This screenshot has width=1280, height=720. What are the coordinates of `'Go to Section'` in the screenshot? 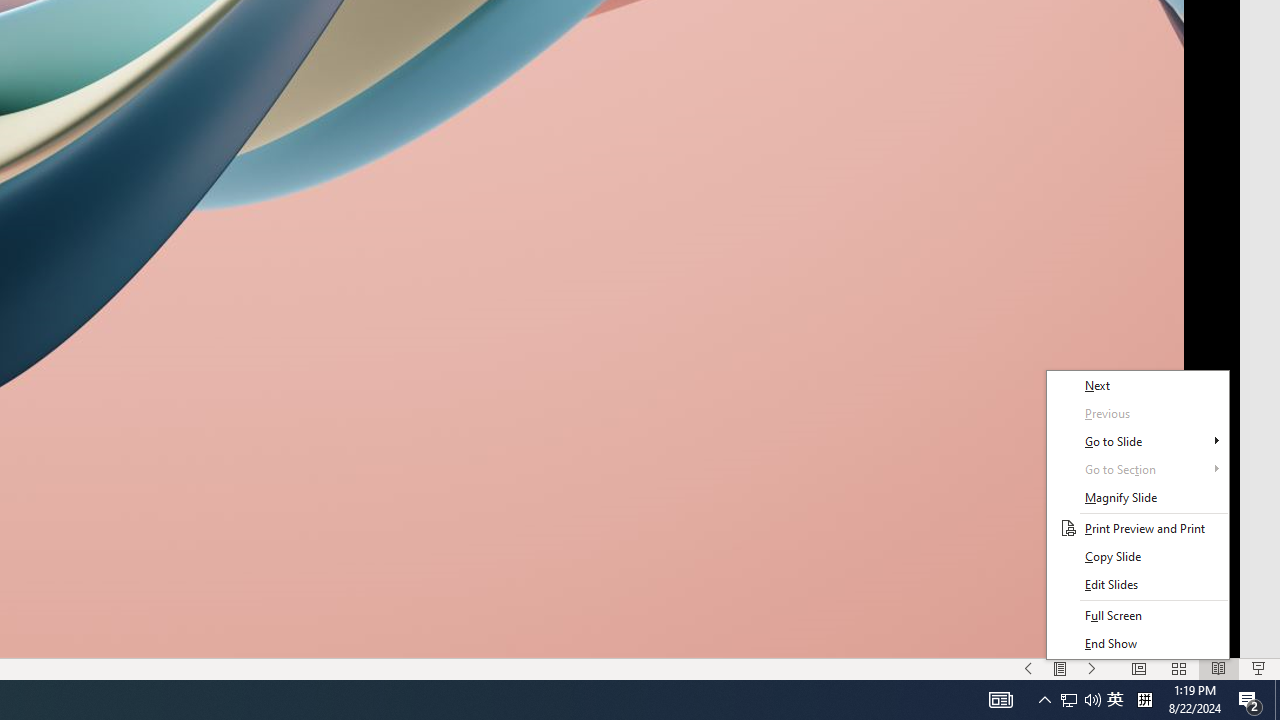 It's located at (1137, 469).